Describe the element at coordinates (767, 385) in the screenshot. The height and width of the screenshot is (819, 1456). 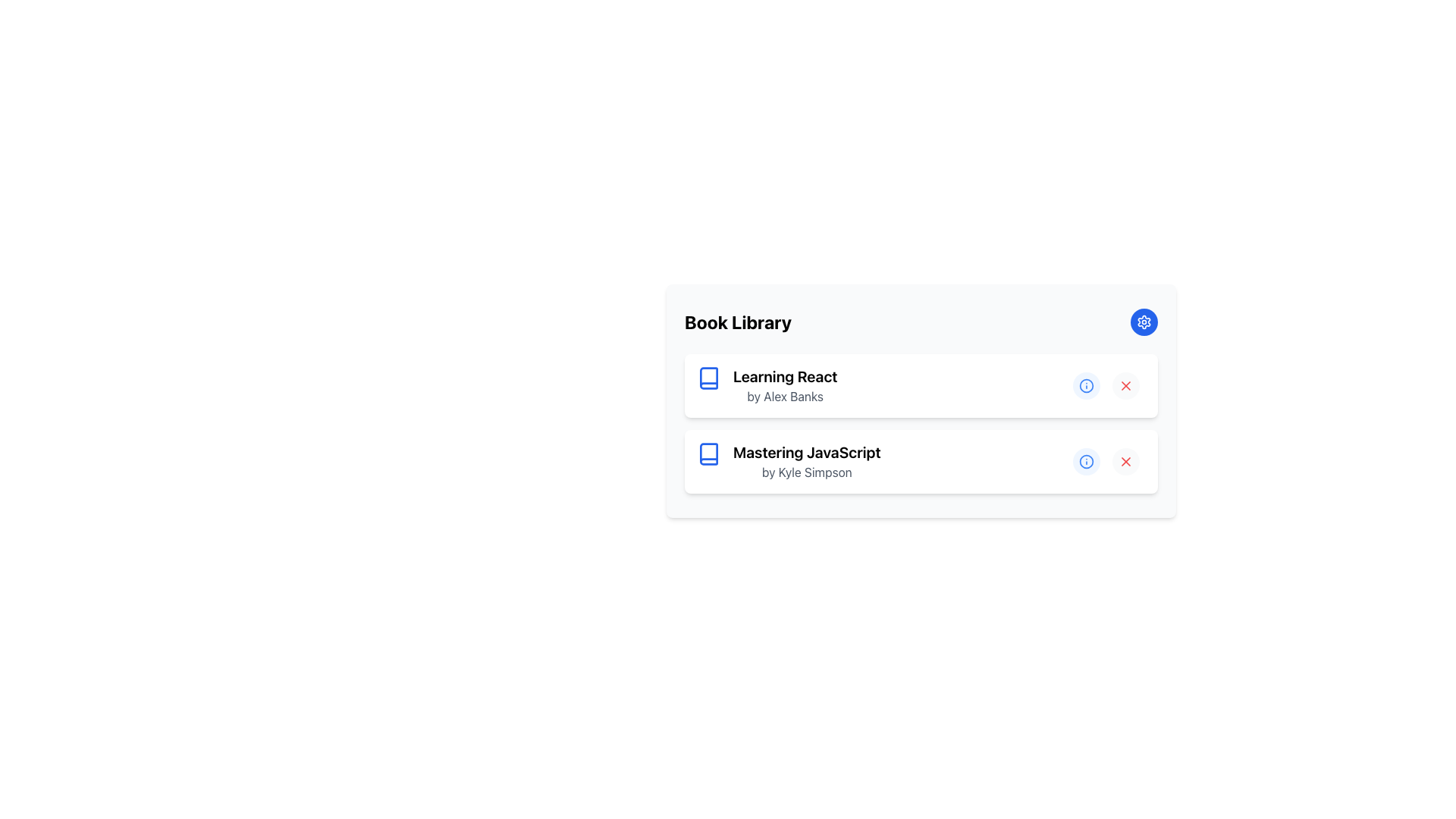
I see `the 'Learning React' list item, which features a blue book icon and a bold title` at that location.